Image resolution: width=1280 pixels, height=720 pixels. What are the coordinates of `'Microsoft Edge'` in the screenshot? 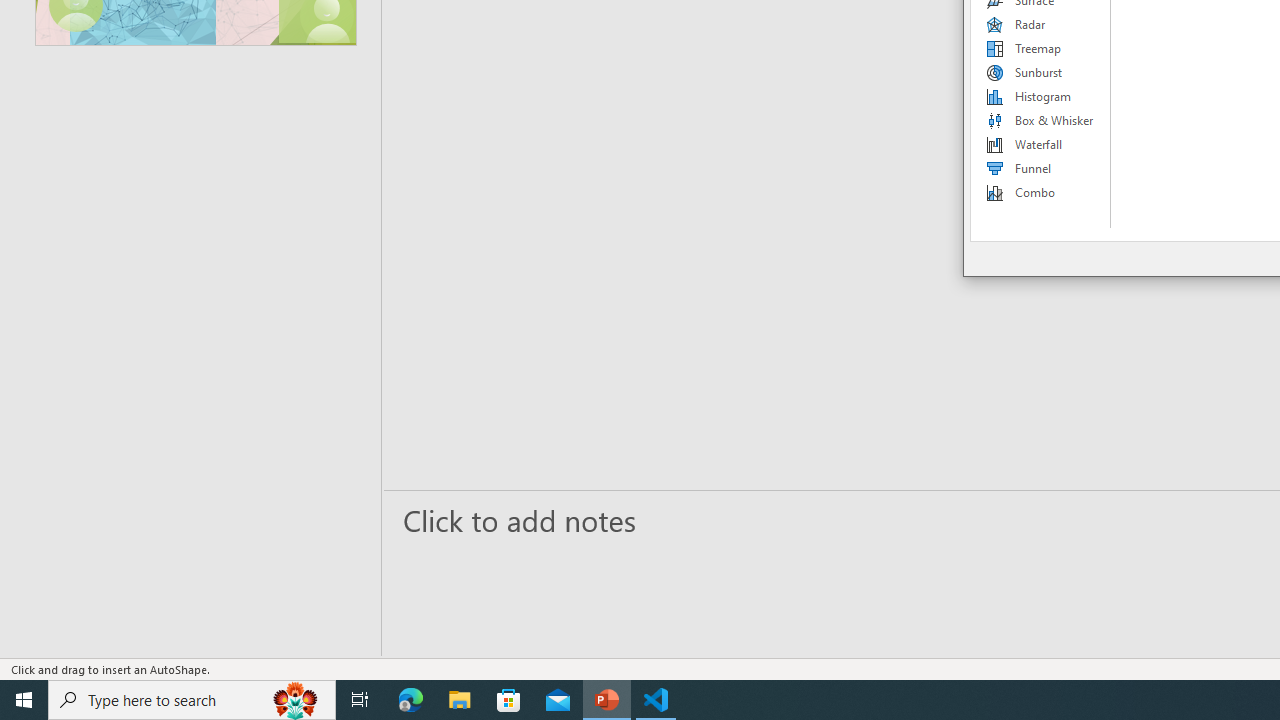 It's located at (410, 698).